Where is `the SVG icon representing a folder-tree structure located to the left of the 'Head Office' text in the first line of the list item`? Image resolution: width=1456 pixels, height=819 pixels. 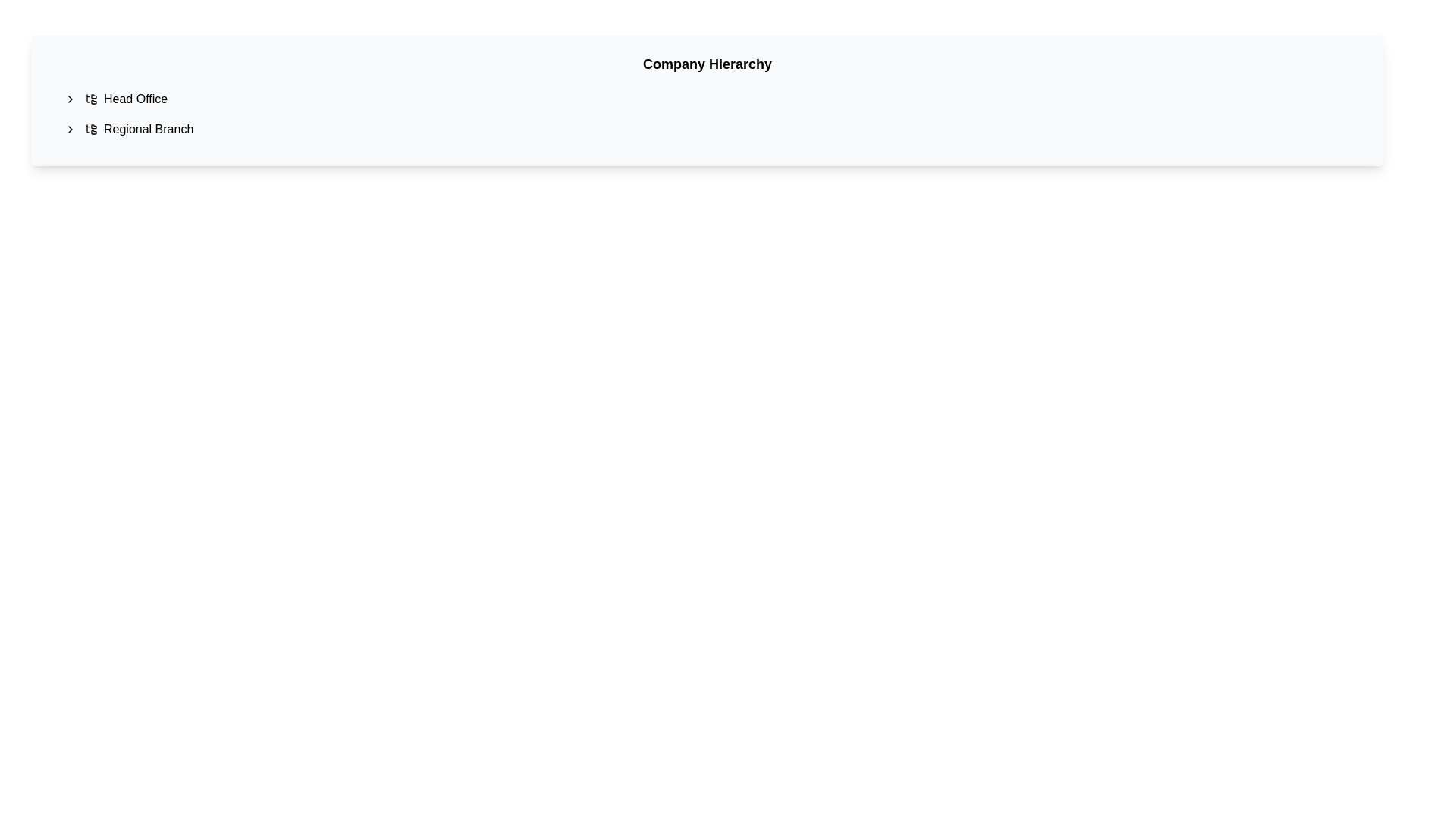 the SVG icon representing a folder-tree structure located to the left of the 'Head Office' text in the first line of the list item is located at coordinates (90, 99).